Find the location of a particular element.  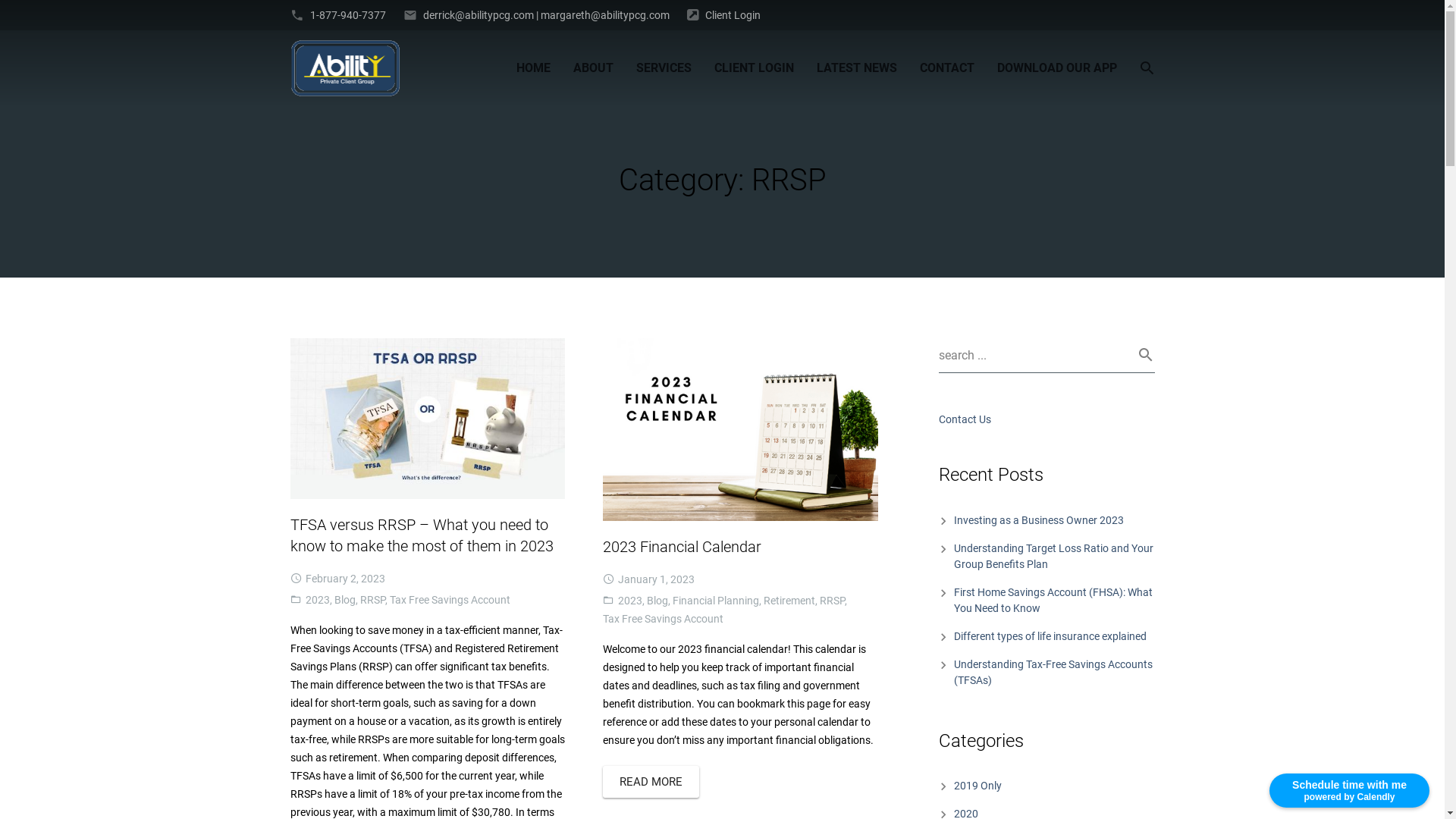

'Understanding Tax-Free Savings Accounts (TFSAs)' is located at coordinates (1052, 671).